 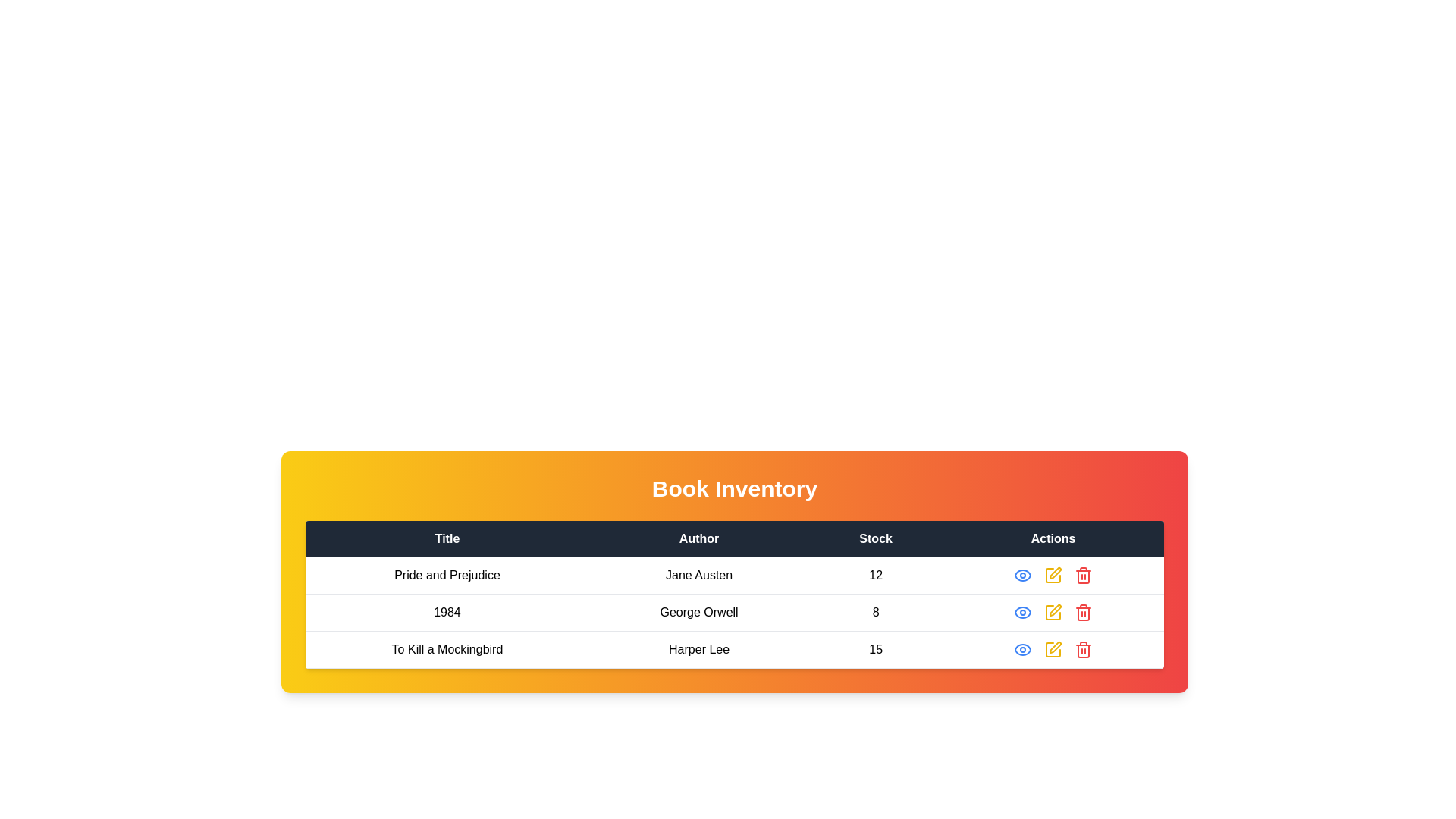 I want to click on the second icon in the 'Actions' column of the first row of the book inventory table, which functions as an edit button, so click(x=1053, y=576).